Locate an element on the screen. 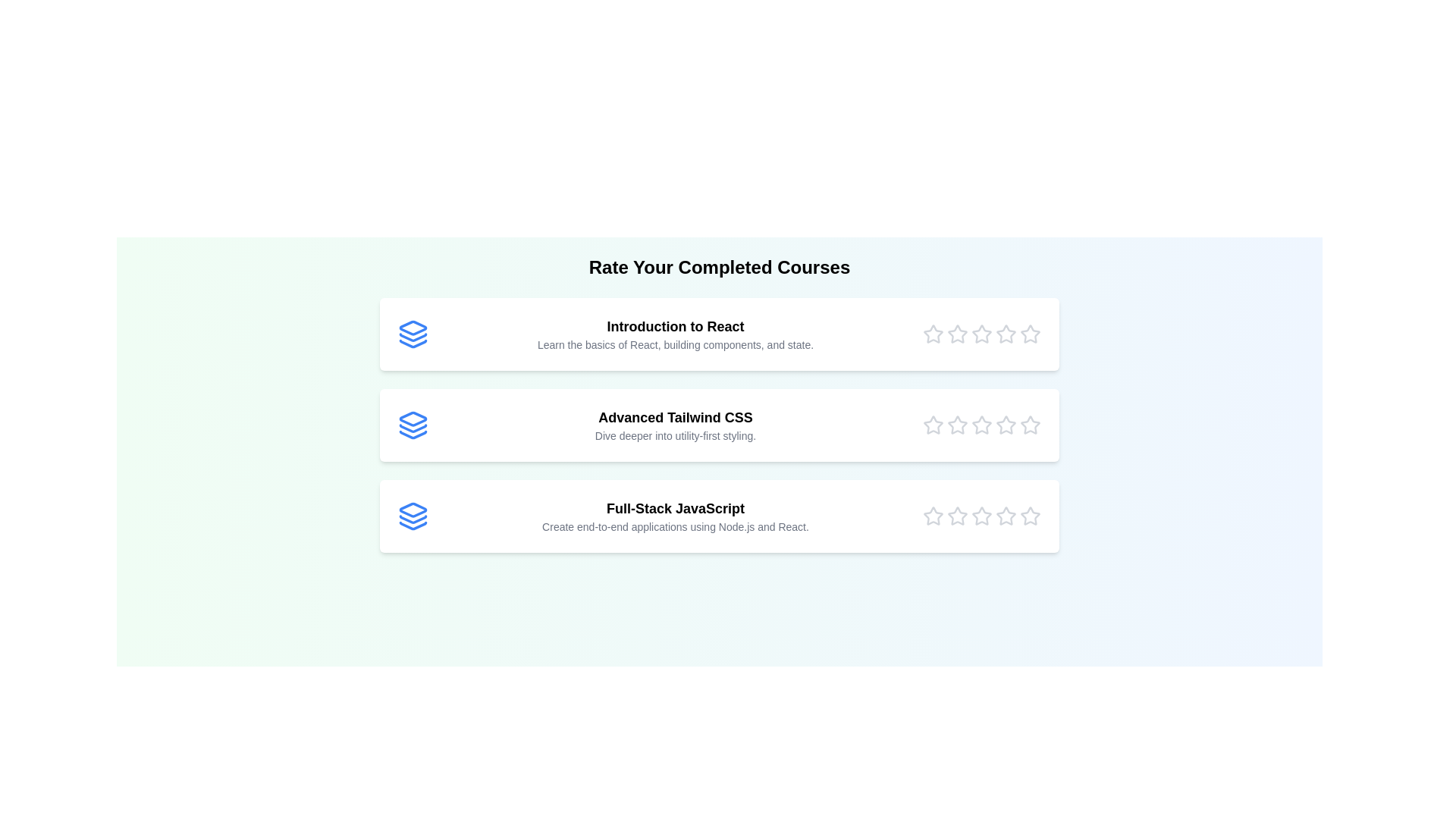 The image size is (1456, 819). the course title to view its details. The parameter Advanced Tailwind CSS specifies which course to select is located at coordinates (719, 425).